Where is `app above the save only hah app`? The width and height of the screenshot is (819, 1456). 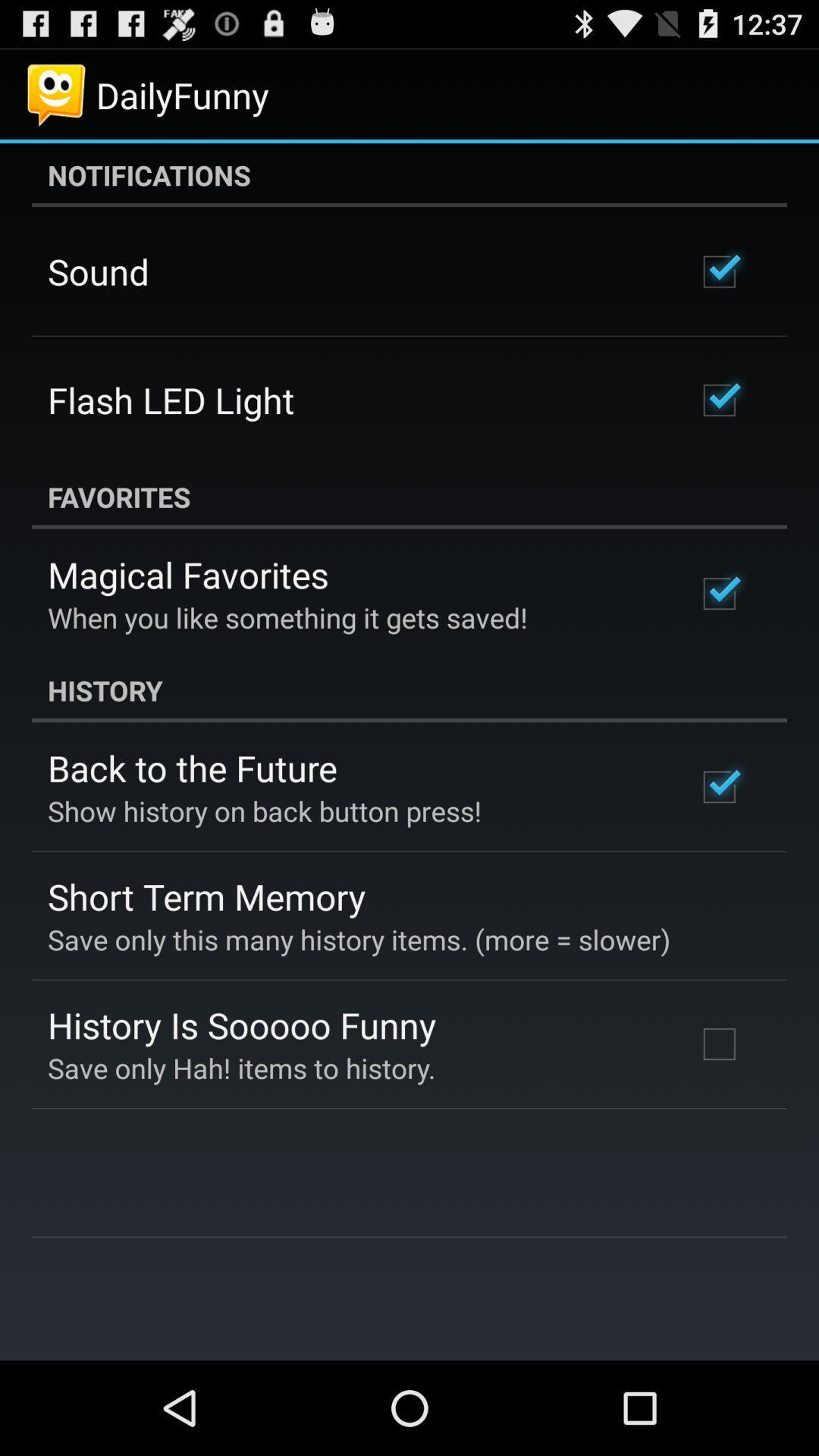 app above the save only hah app is located at coordinates (241, 1025).